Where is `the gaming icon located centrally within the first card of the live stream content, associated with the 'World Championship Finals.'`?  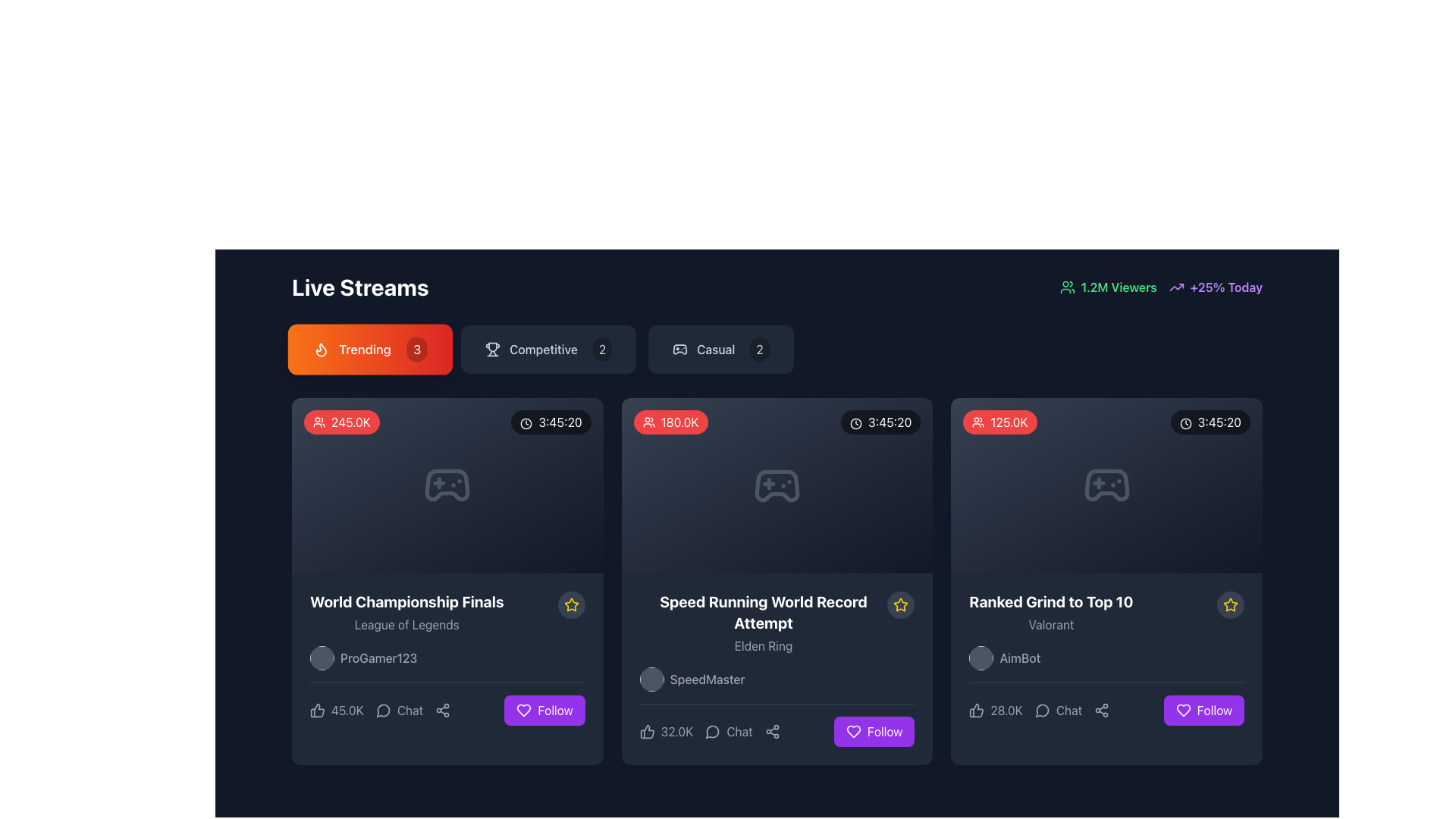
the gaming icon located centrally within the first card of the live stream content, associated with the 'World Championship Finals.' is located at coordinates (447, 485).